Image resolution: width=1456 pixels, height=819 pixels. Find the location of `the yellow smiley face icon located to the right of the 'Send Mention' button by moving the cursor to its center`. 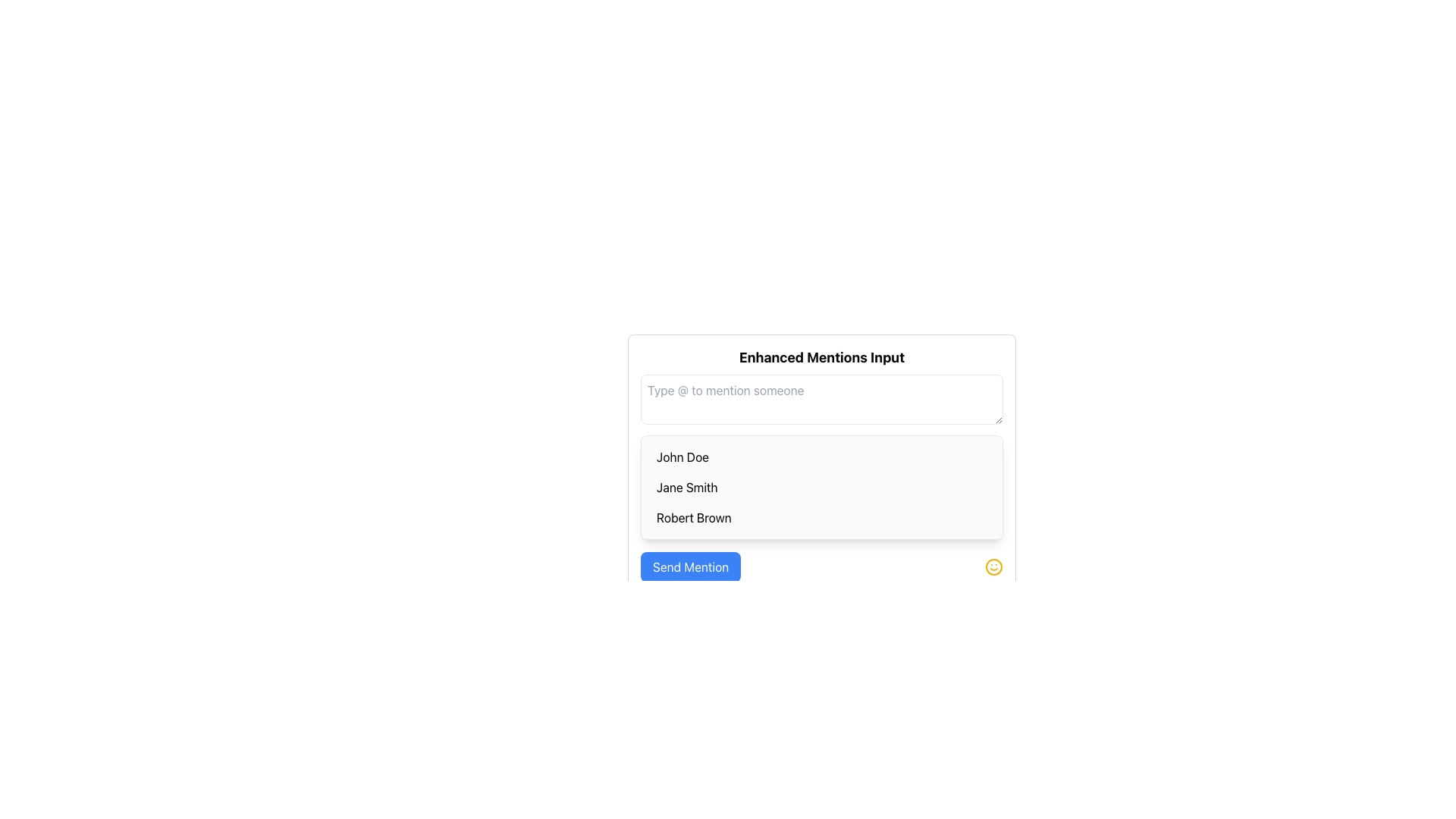

the yellow smiley face icon located to the right of the 'Send Mention' button by moving the cursor to its center is located at coordinates (993, 567).